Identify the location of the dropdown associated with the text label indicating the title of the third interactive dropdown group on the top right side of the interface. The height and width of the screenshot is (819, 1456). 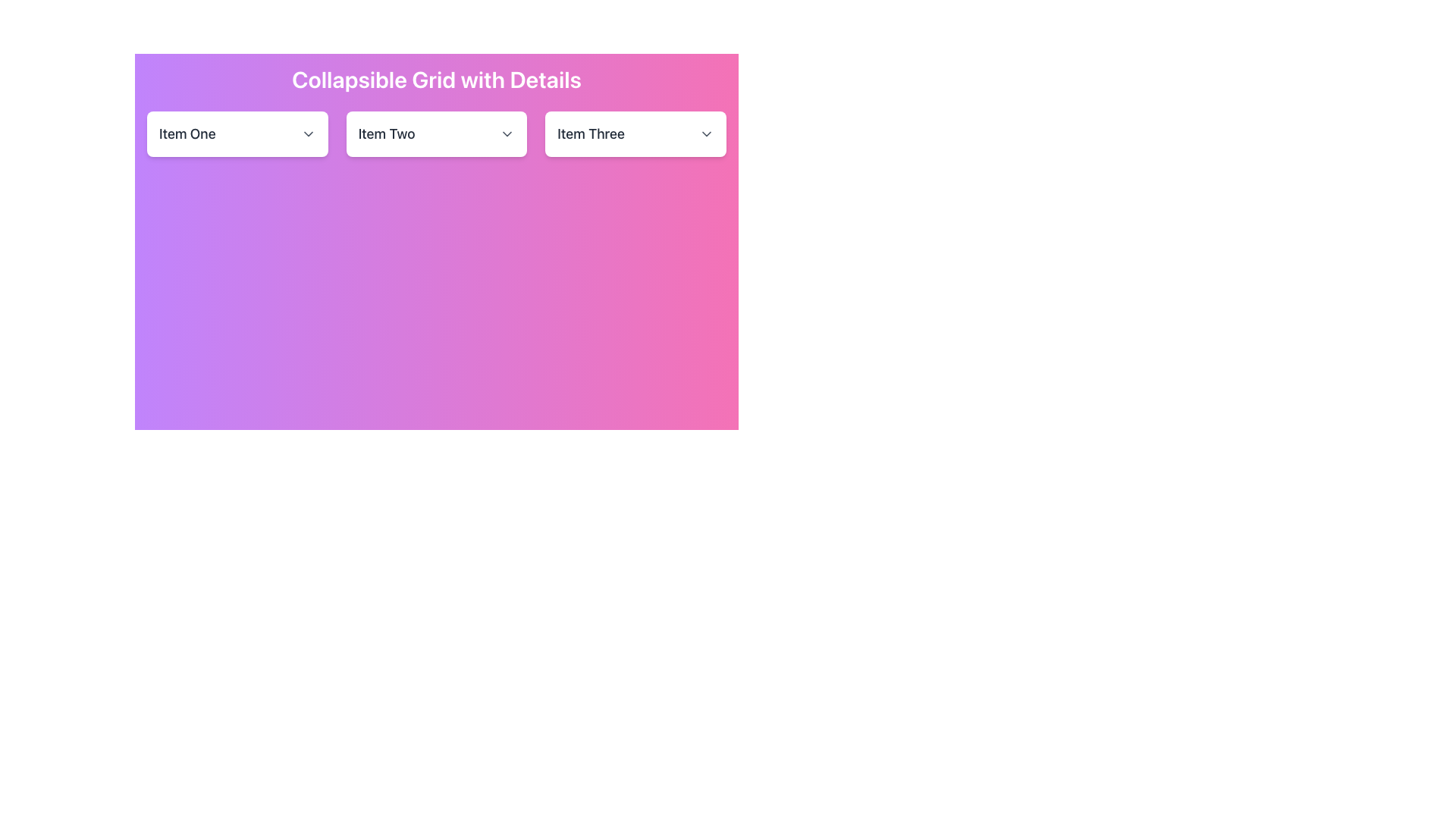
(590, 133).